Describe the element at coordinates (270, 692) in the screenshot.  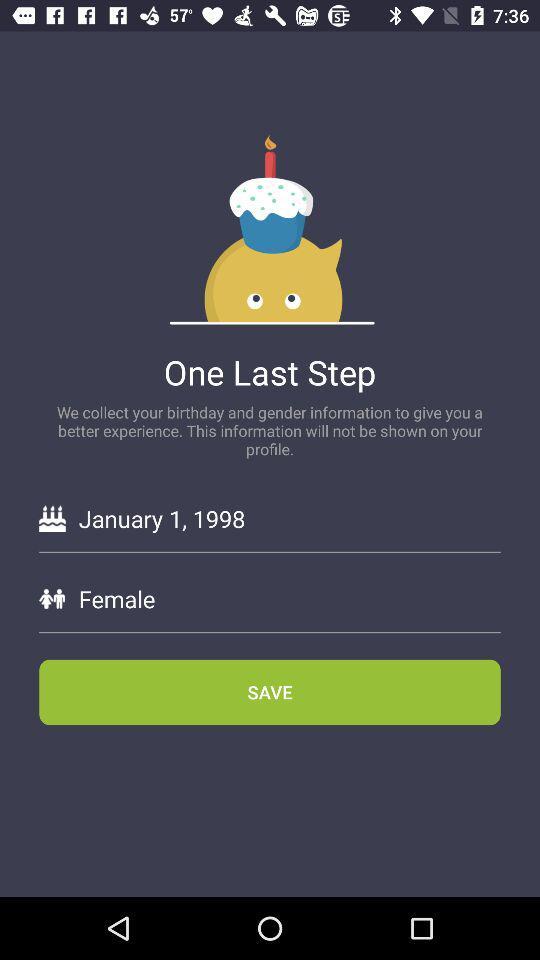
I see `the save item` at that location.